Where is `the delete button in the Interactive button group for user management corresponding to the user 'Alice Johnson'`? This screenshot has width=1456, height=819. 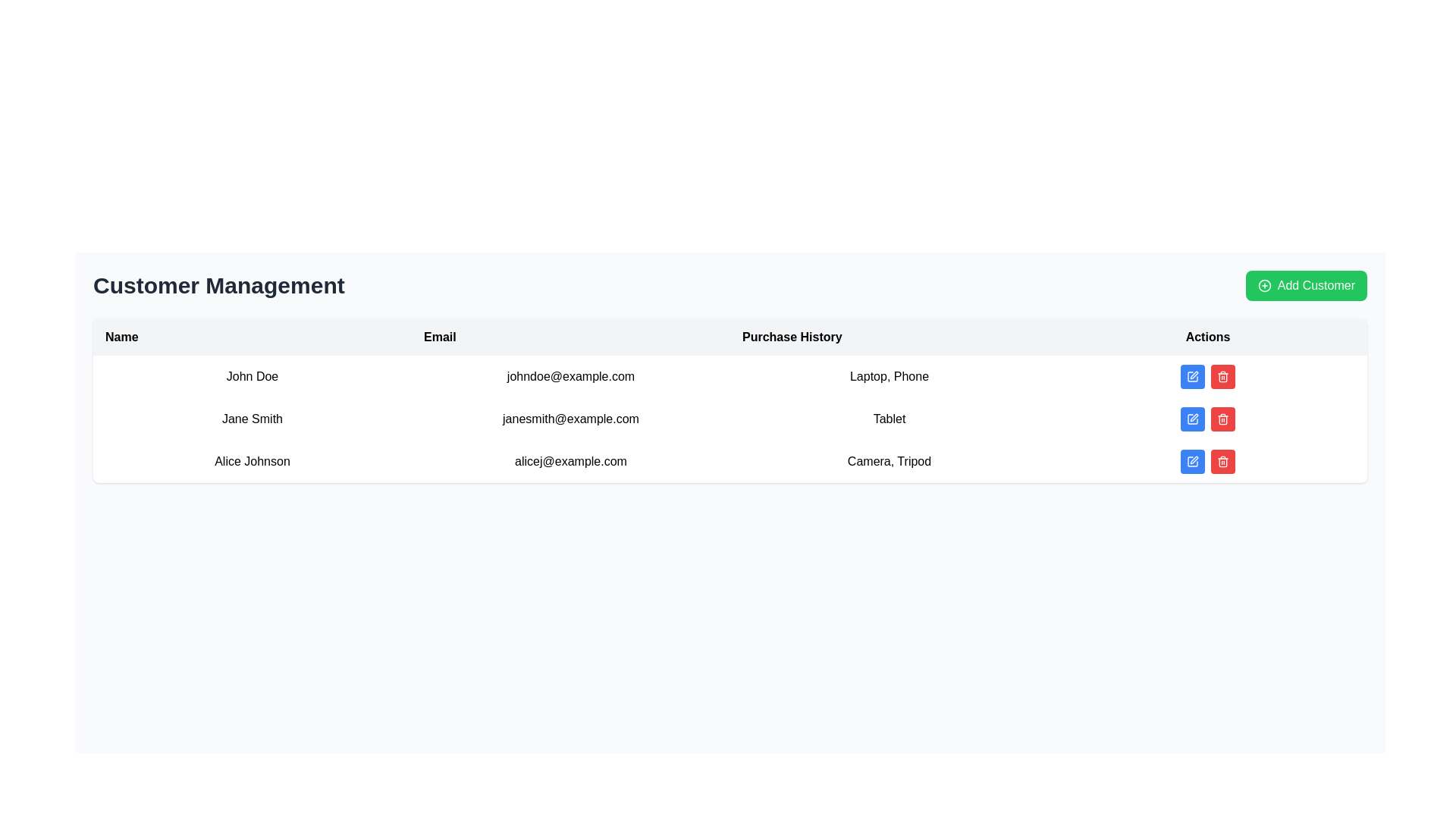
the delete button in the Interactive button group for user management corresponding to the user 'Alice Johnson' is located at coordinates (1207, 461).